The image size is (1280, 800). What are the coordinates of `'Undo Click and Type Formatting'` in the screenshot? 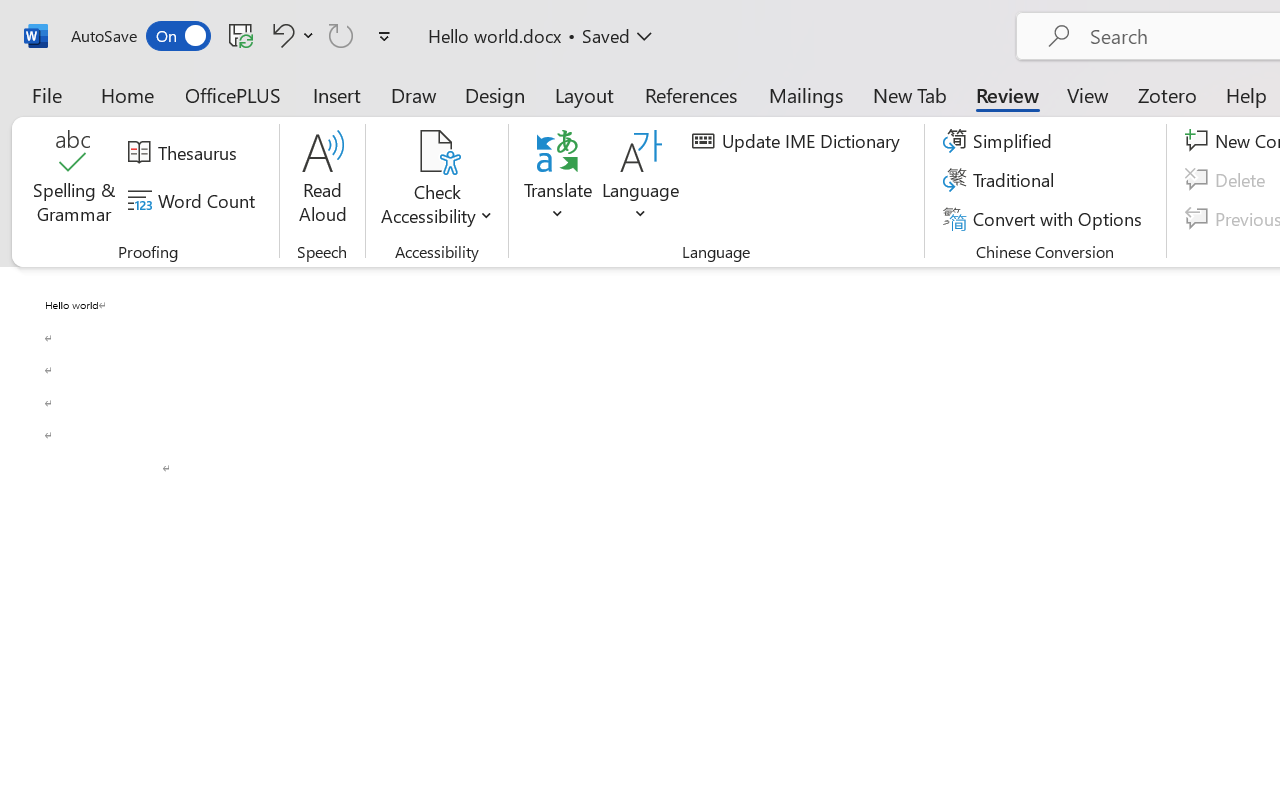 It's located at (289, 34).